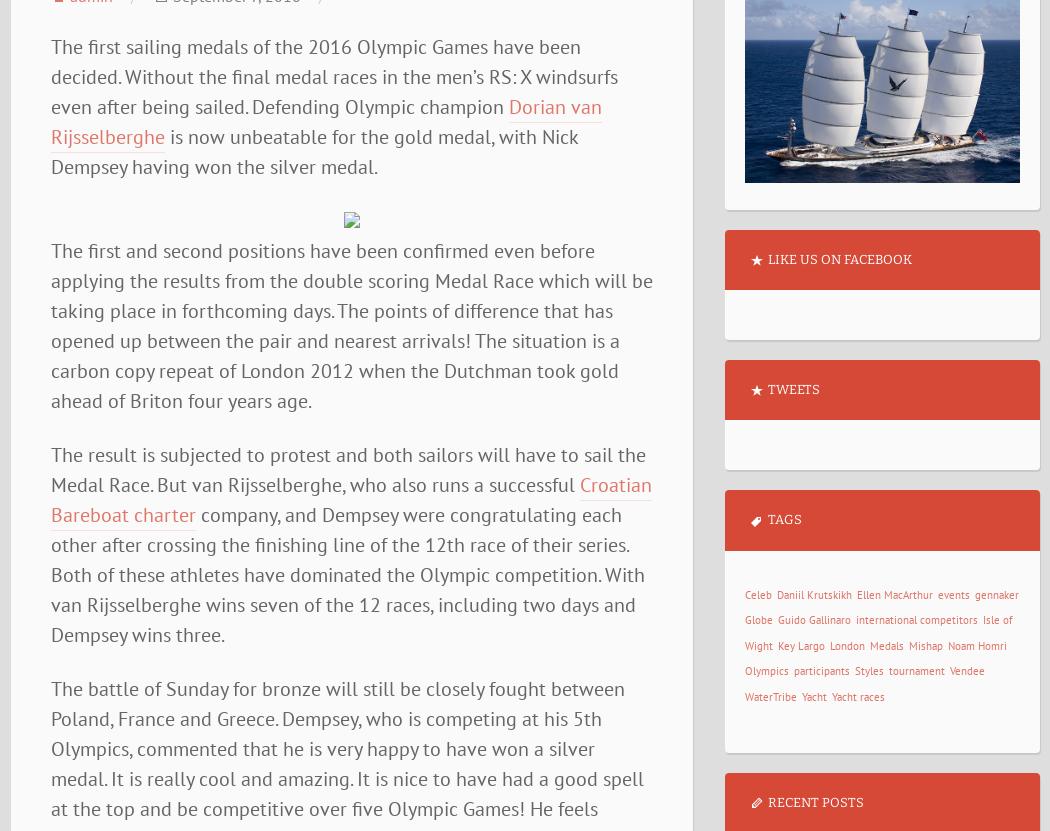 This screenshot has width=1050, height=831. I want to click on 'Medals', so click(884, 644).